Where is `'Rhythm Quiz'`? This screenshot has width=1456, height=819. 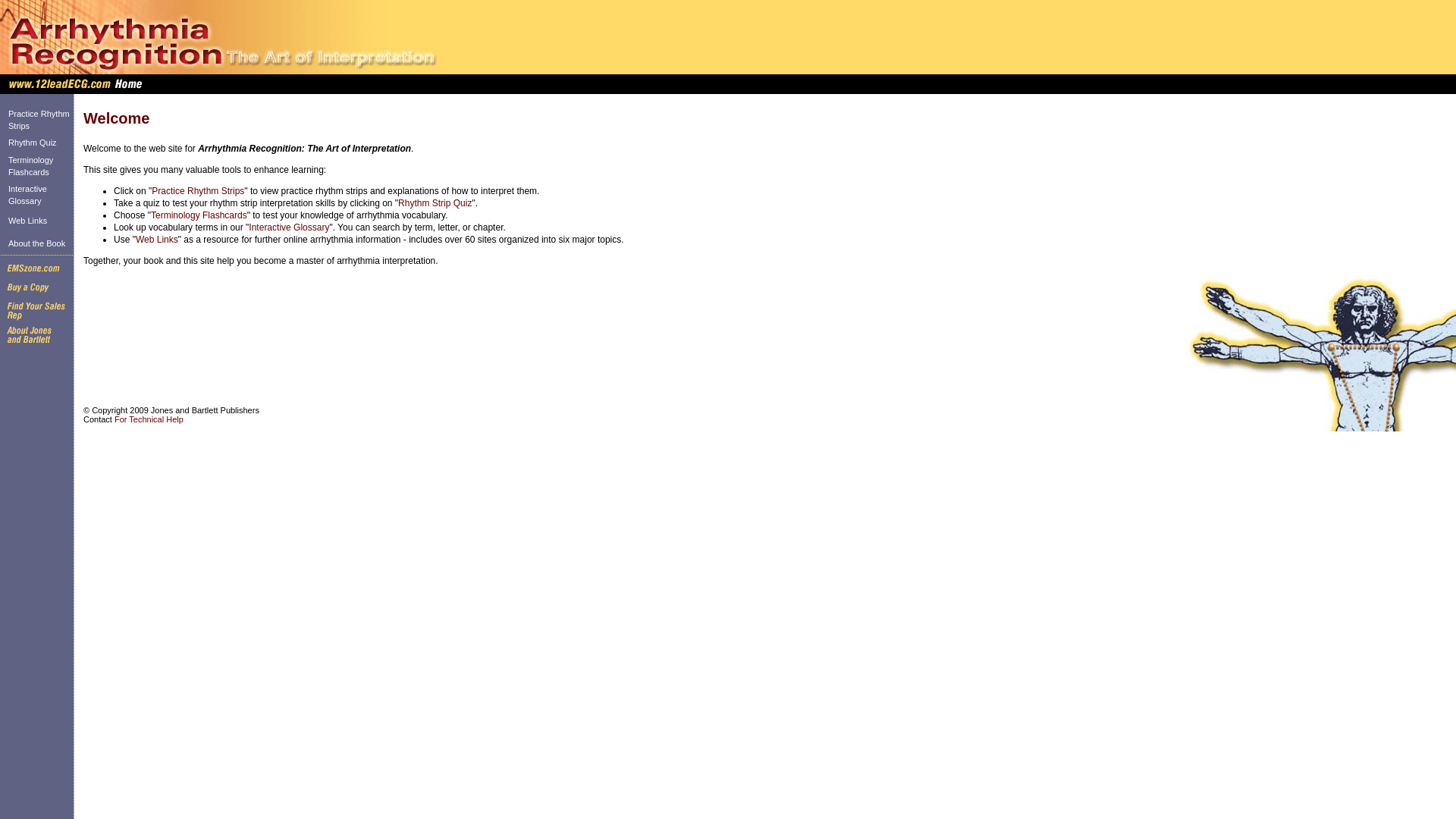
'Rhythm Quiz' is located at coordinates (8, 143).